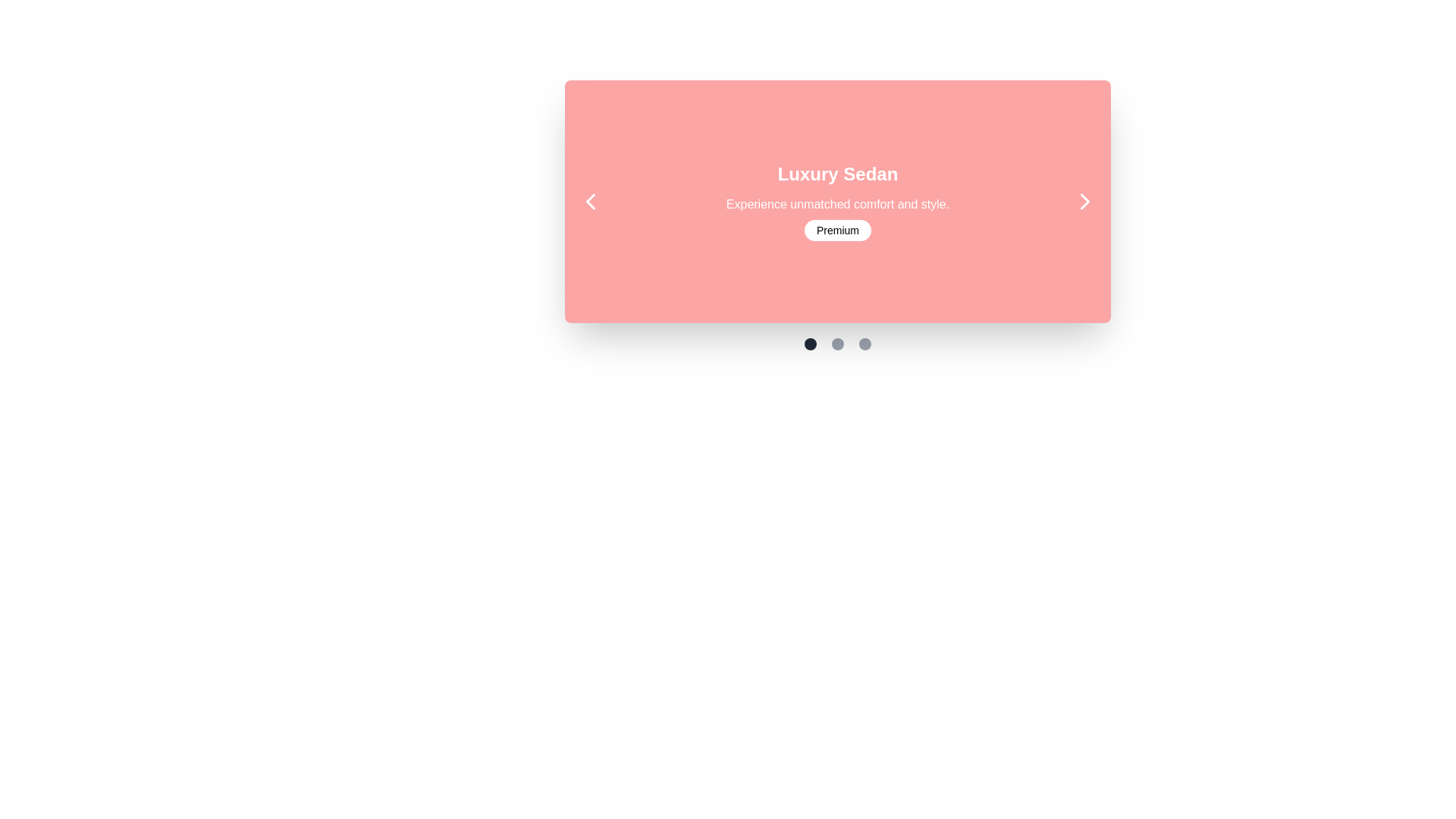 The image size is (1456, 819). Describe the element at coordinates (836, 205) in the screenshot. I see `the static text label providing additional context for 'Luxury Sedan', positioned below the title and above the 'Premium' button` at that location.